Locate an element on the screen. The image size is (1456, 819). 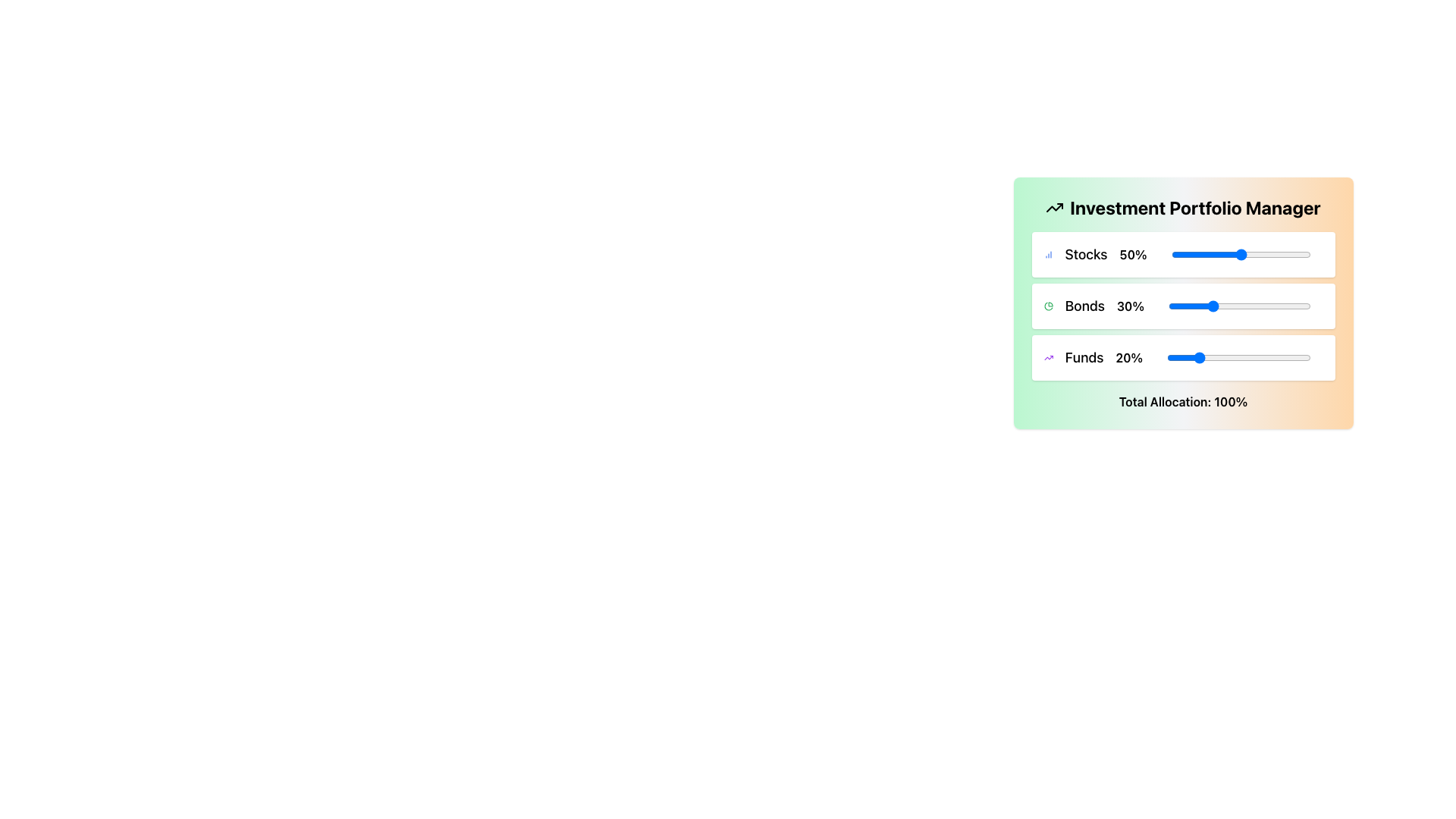
text label that summarizes the total allocation percentages of the elements above, located at the bottom of the card layout is located at coordinates (1182, 400).